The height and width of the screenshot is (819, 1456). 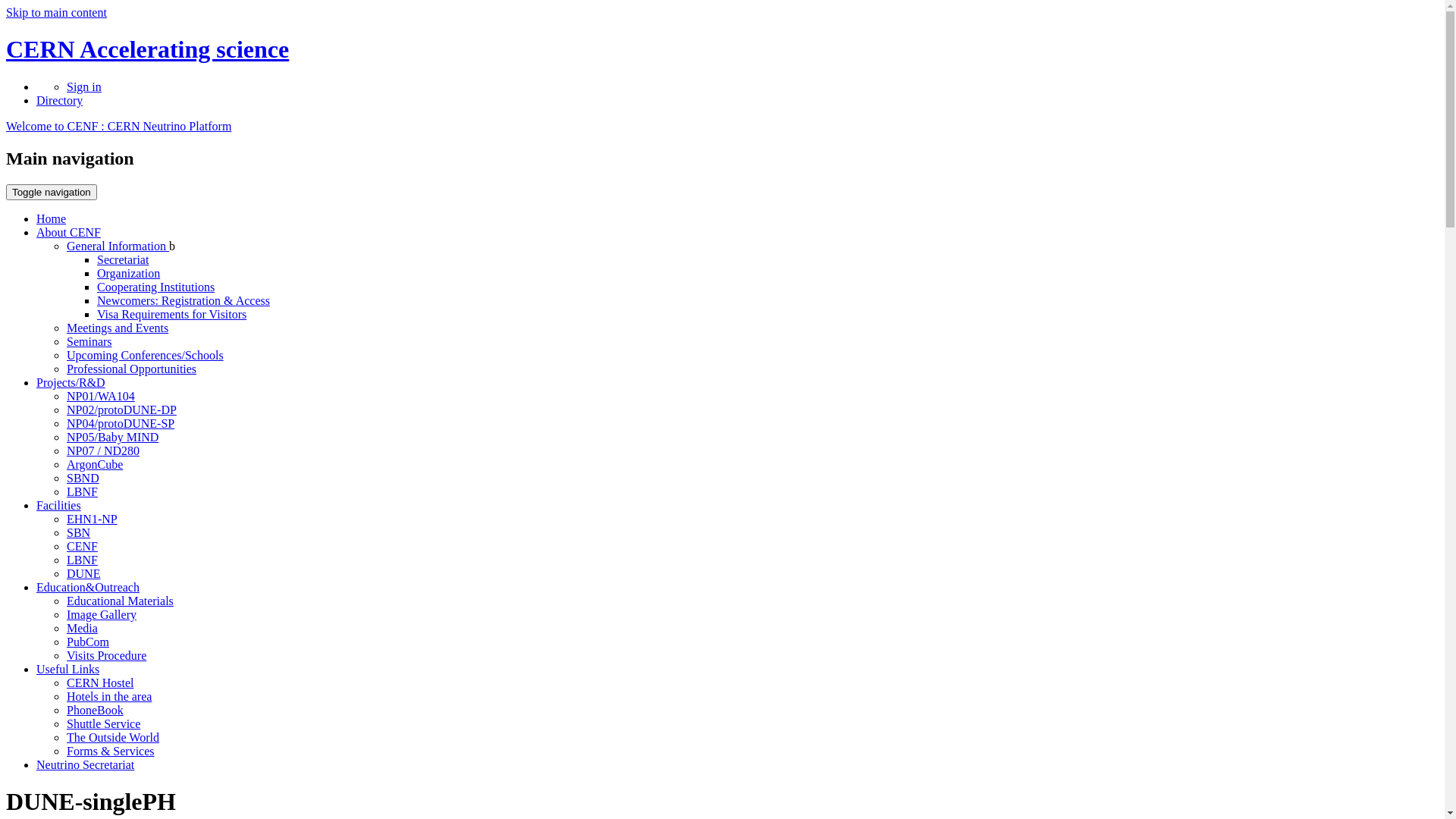 What do you see at coordinates (67, 232) in the screenshot?
I see `'About CENF'` at bounding box center [67, 232].